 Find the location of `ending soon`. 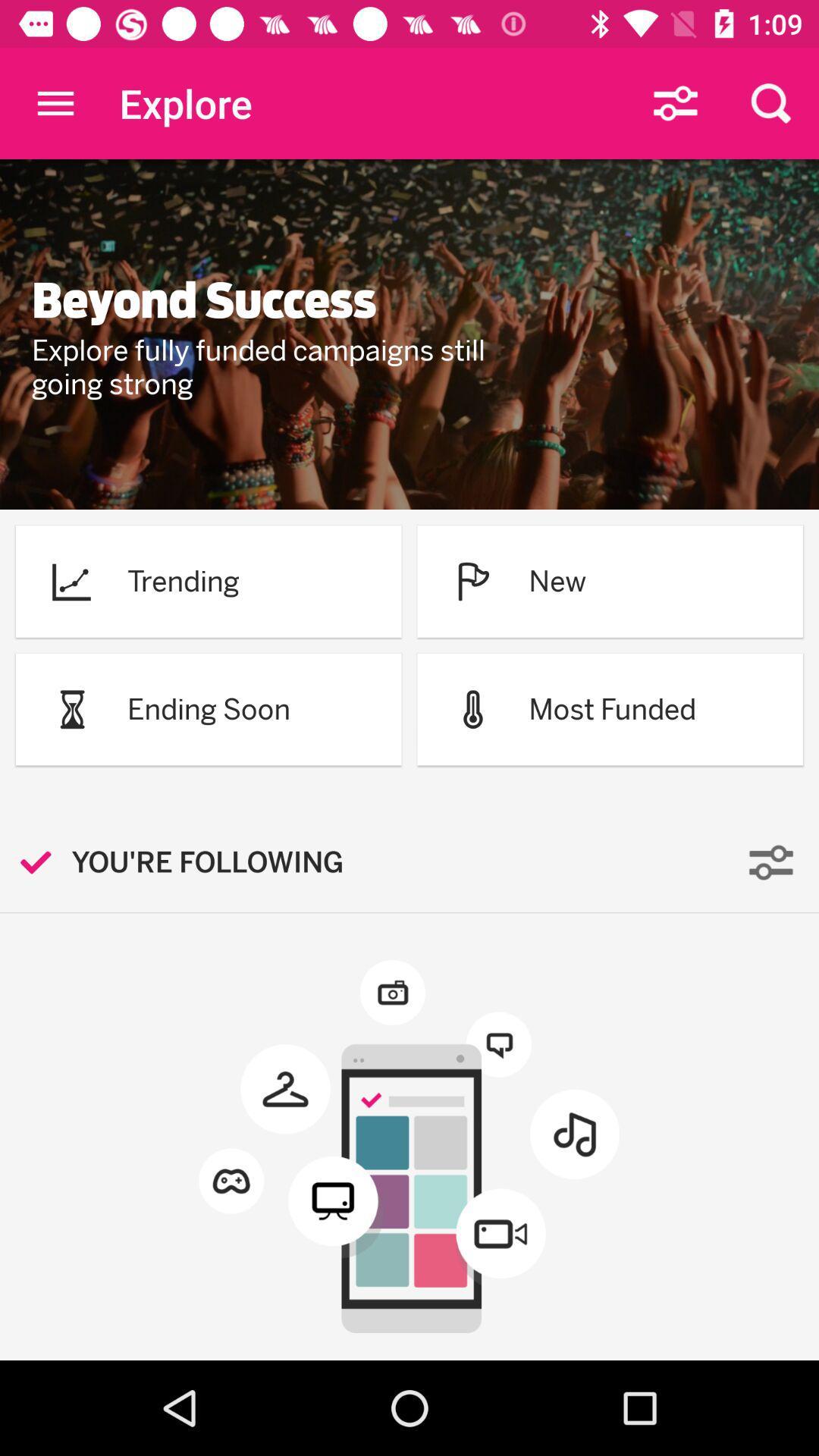

ending soon is located at coordinates (209, 708).